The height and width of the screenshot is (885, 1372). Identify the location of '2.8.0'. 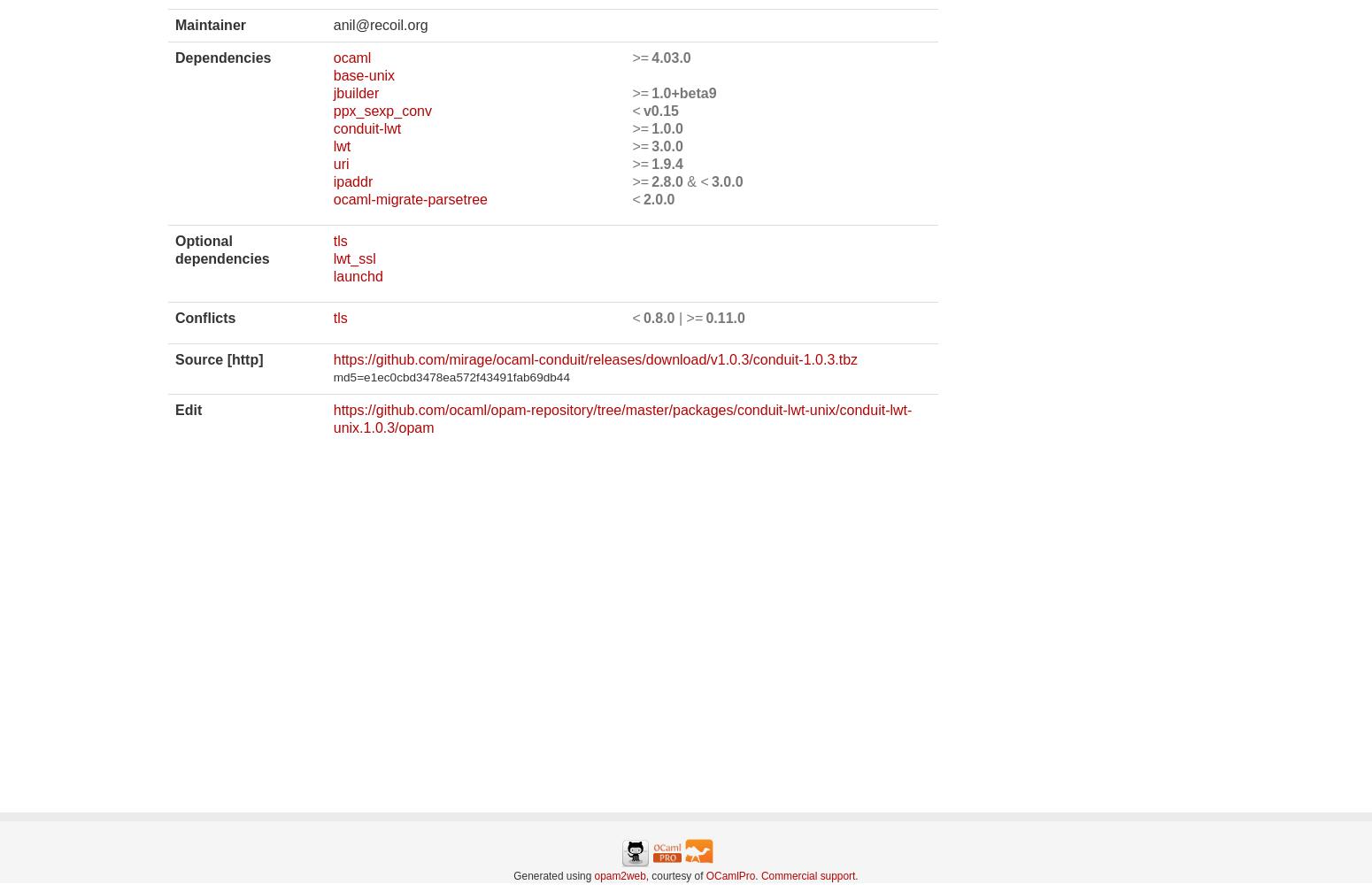
(667, 180).